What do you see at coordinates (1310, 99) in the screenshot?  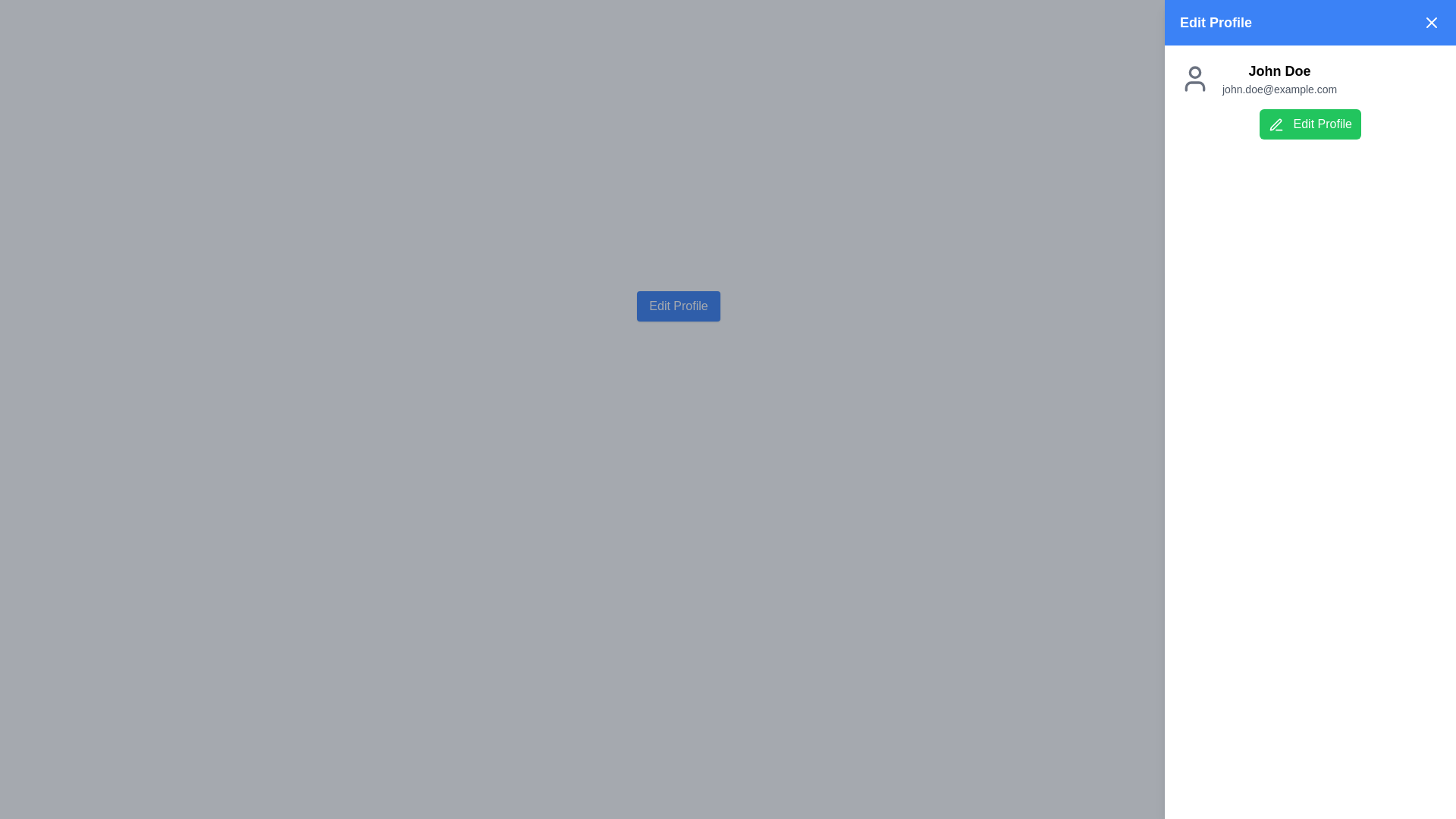 I see `the user's name or email in the Profile Summary Section located in the right-side panel of the 'Edit Profile' modal for potential additional actions` at bounding box center [1310, 99].